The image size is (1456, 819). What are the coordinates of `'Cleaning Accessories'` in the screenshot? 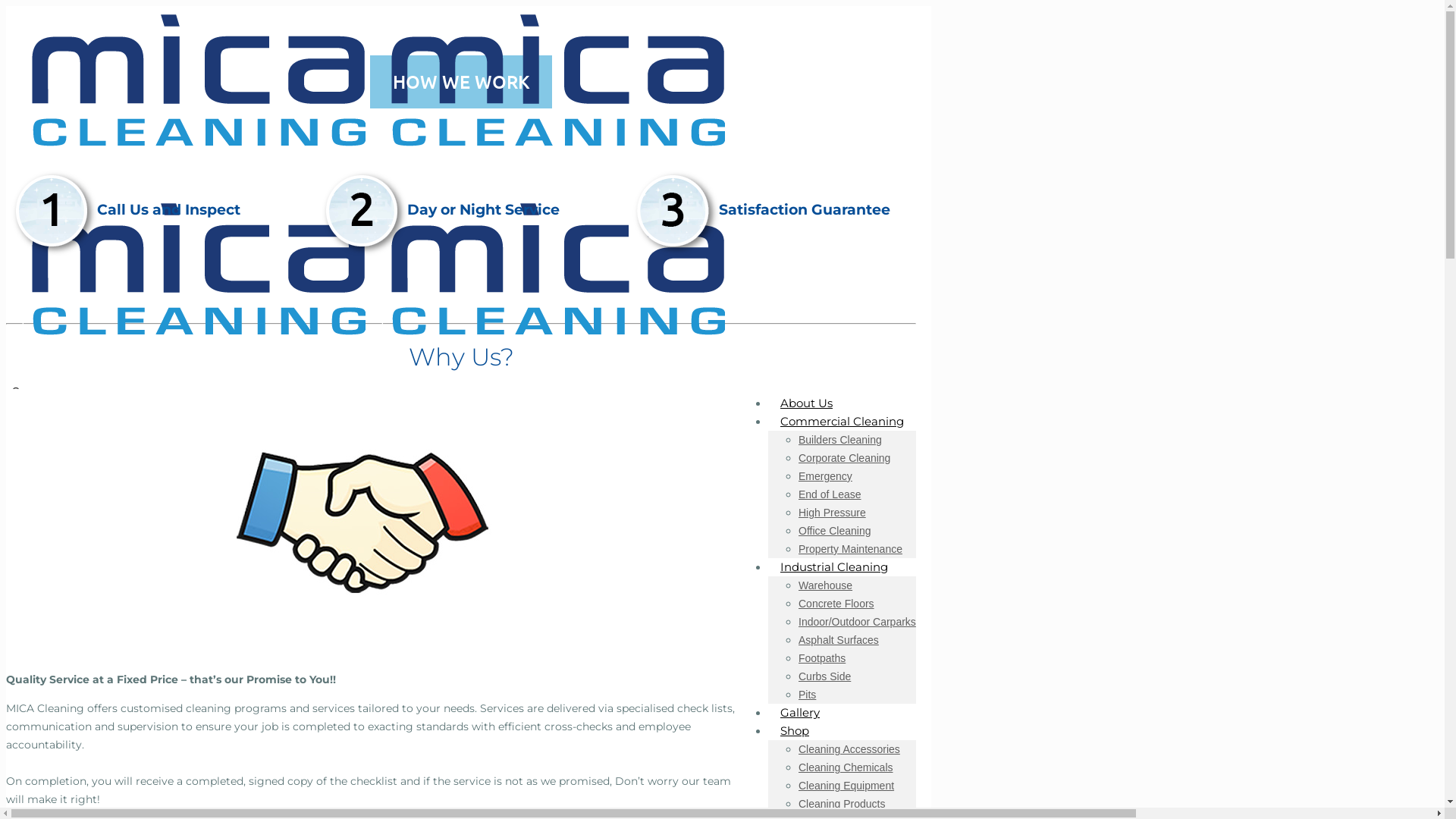 It's located at (848, 748).